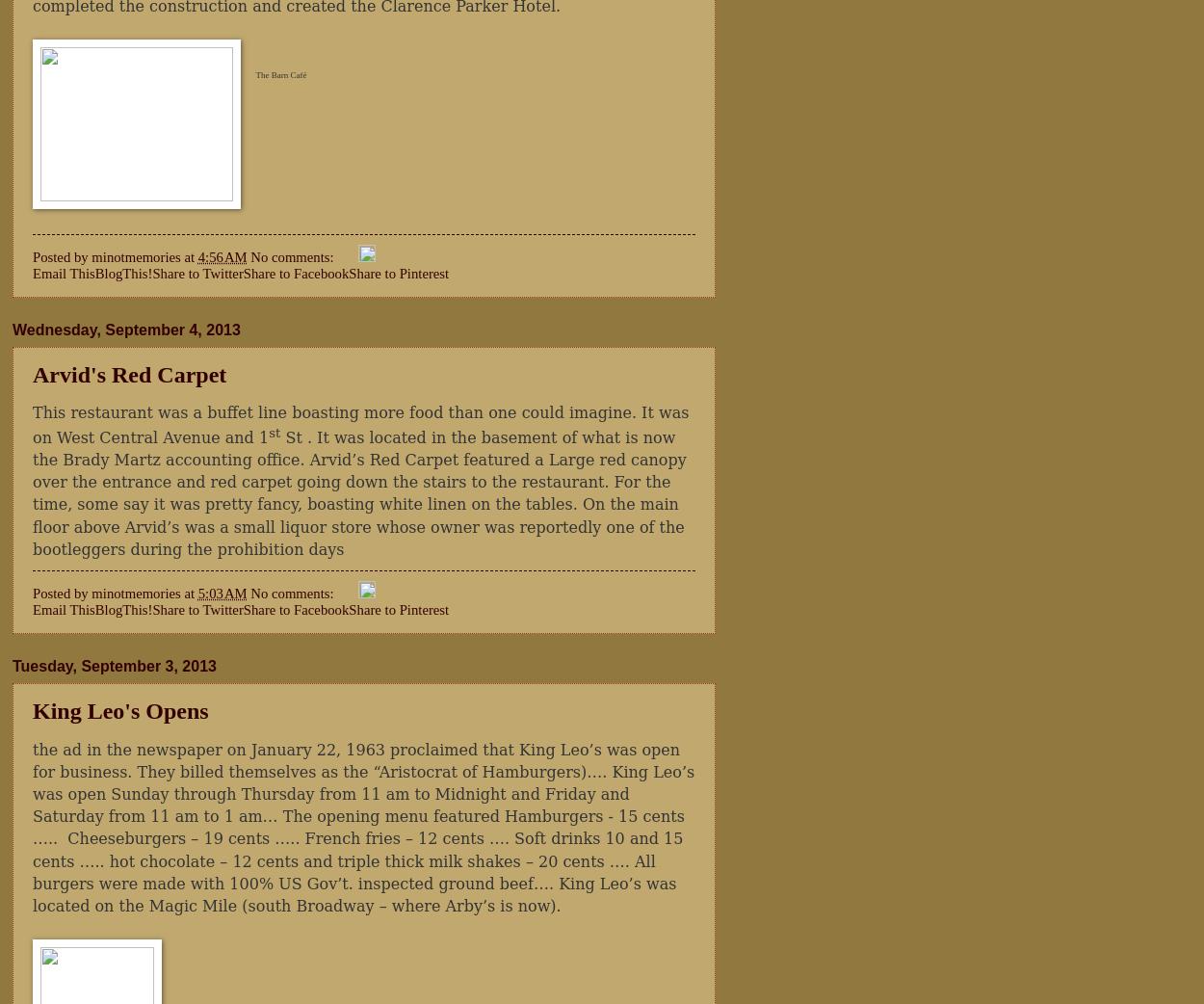 The image size is (1204, 1004). I want to click on 'Wednesday, September 4, 2013', so click(126, 329).